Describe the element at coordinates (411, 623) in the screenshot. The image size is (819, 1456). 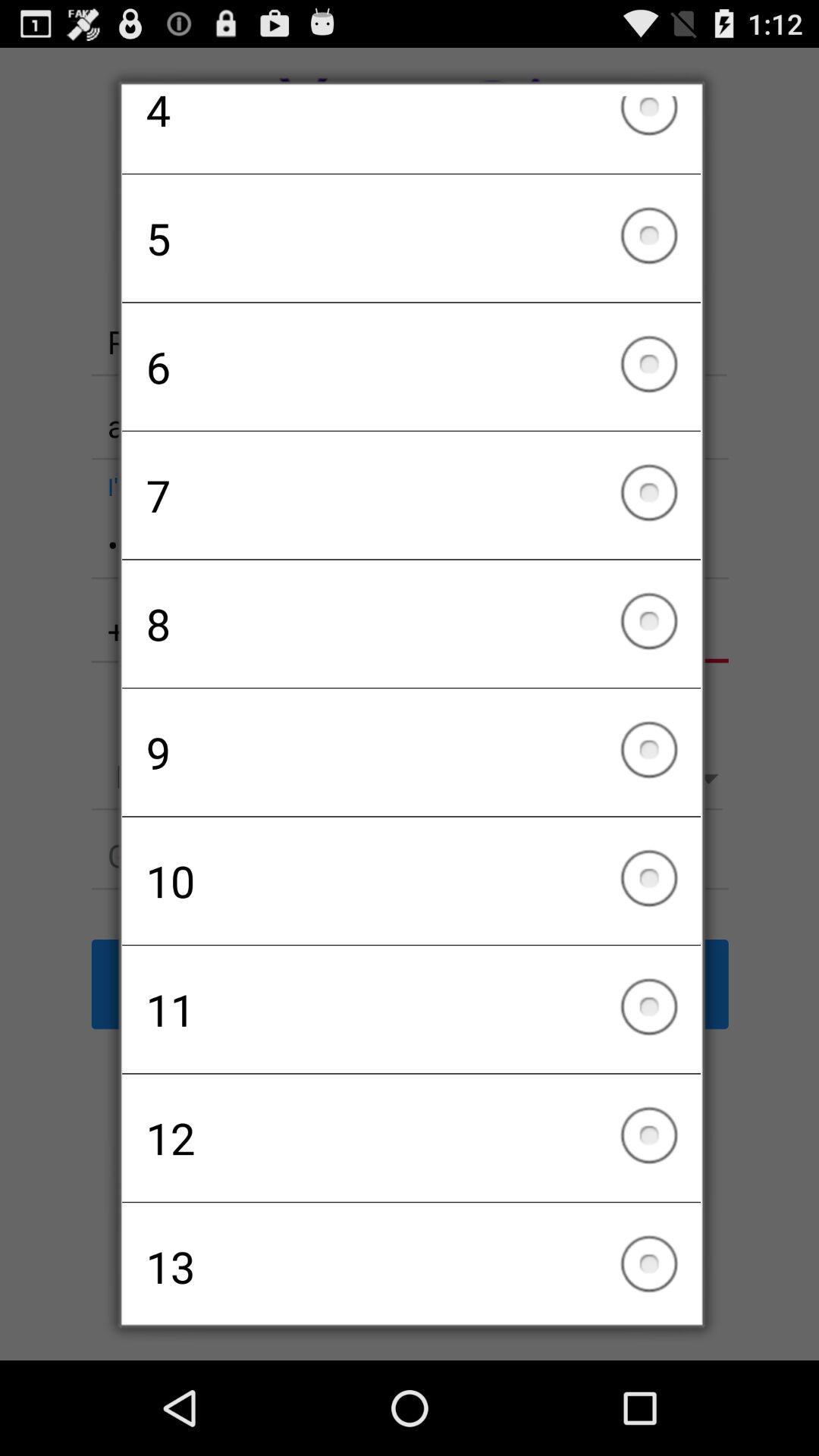
I see `icon below 7 icon` at that location.